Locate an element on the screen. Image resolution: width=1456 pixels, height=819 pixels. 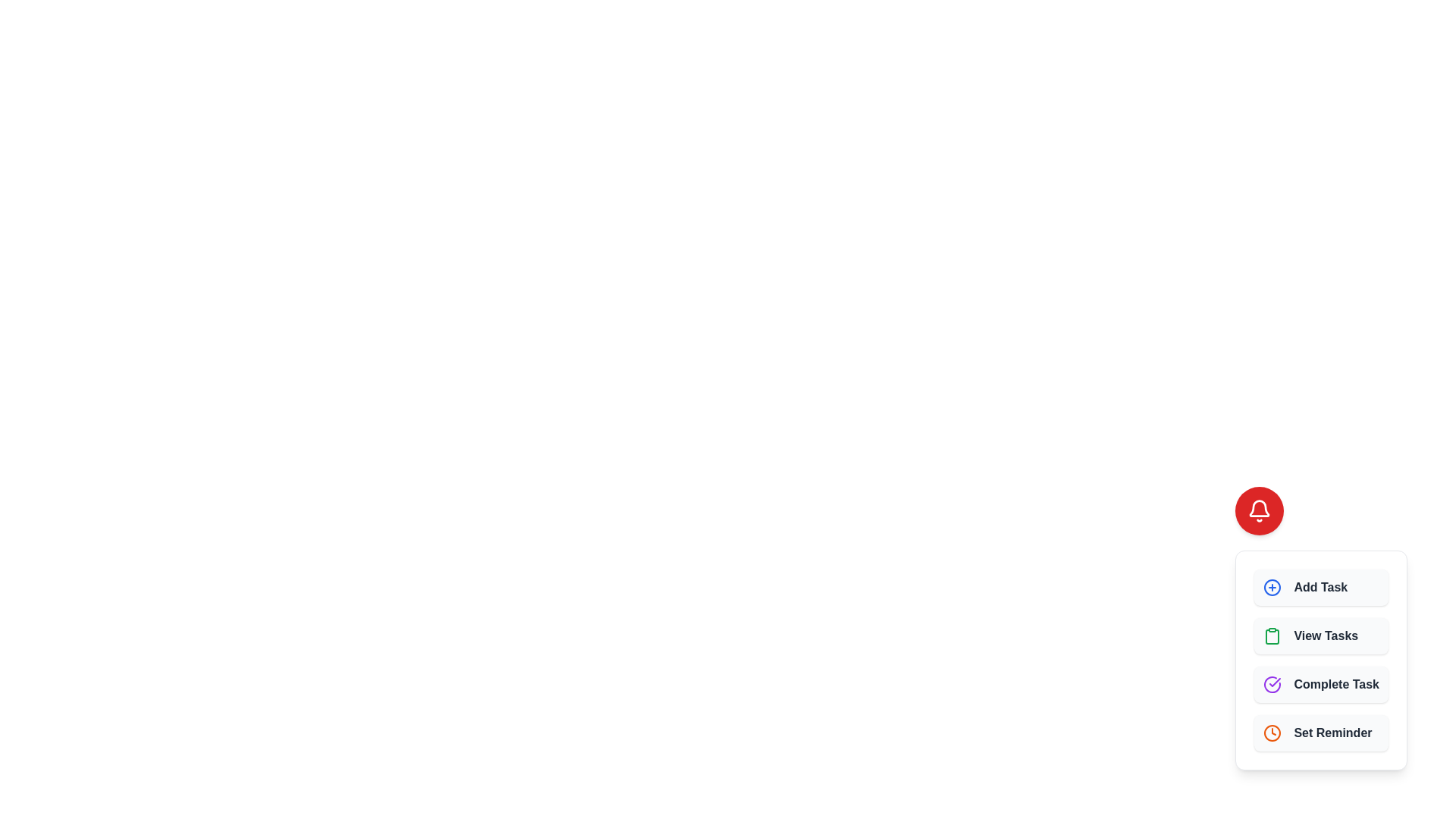
the main speed dial button to toggle the menu is located at coordinates (1260, 511).